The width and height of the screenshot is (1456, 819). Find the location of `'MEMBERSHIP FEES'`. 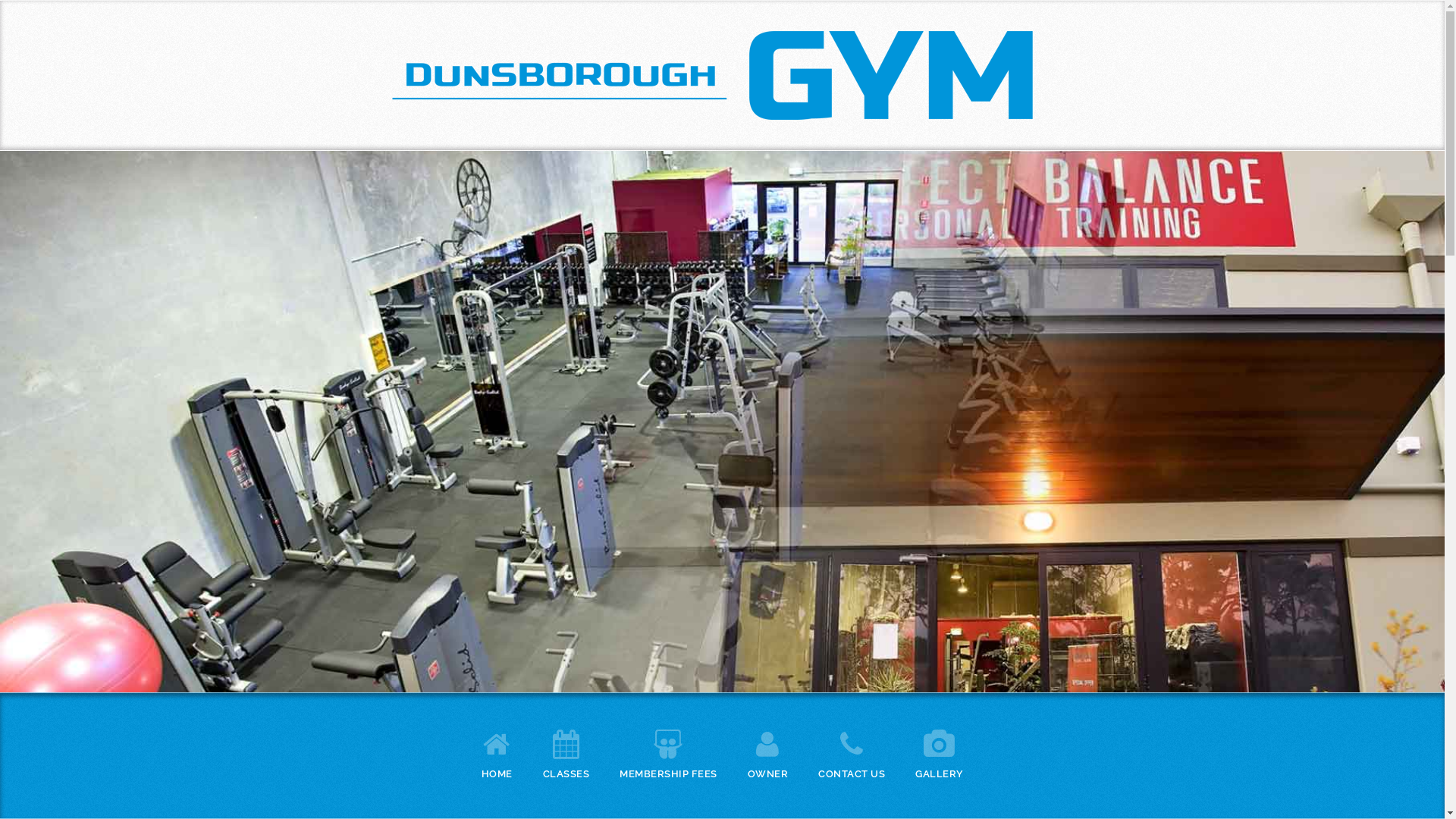

'MEMBERSHIP FEES' is located at coordinates (667, 752).